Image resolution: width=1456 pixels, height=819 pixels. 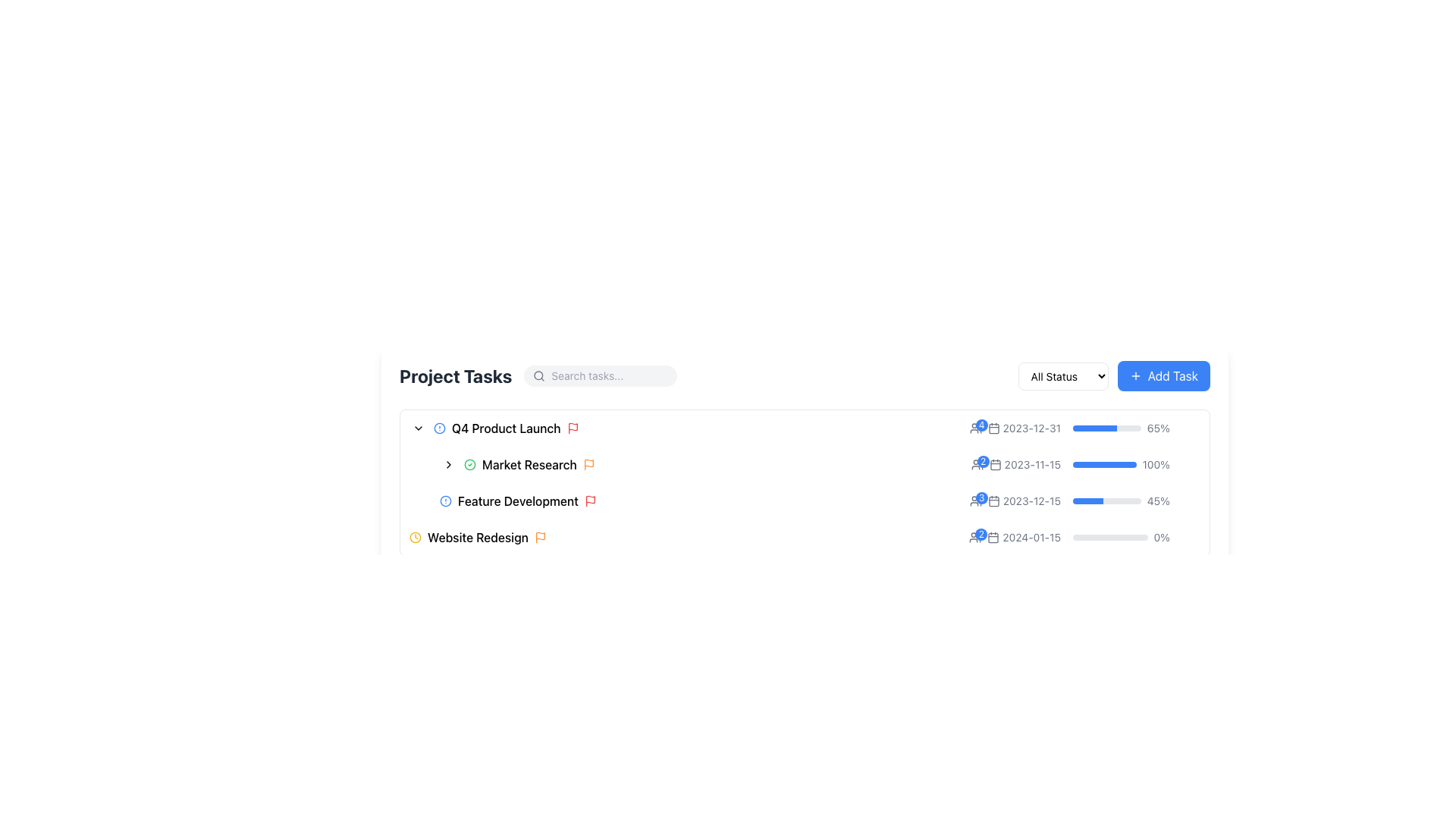 I want to click on the badge representing the number of users associated with the specific task or project, located in the lower-right part of the interface, directly to the left of the date '2024-01-15', so click(x=975, y=537).